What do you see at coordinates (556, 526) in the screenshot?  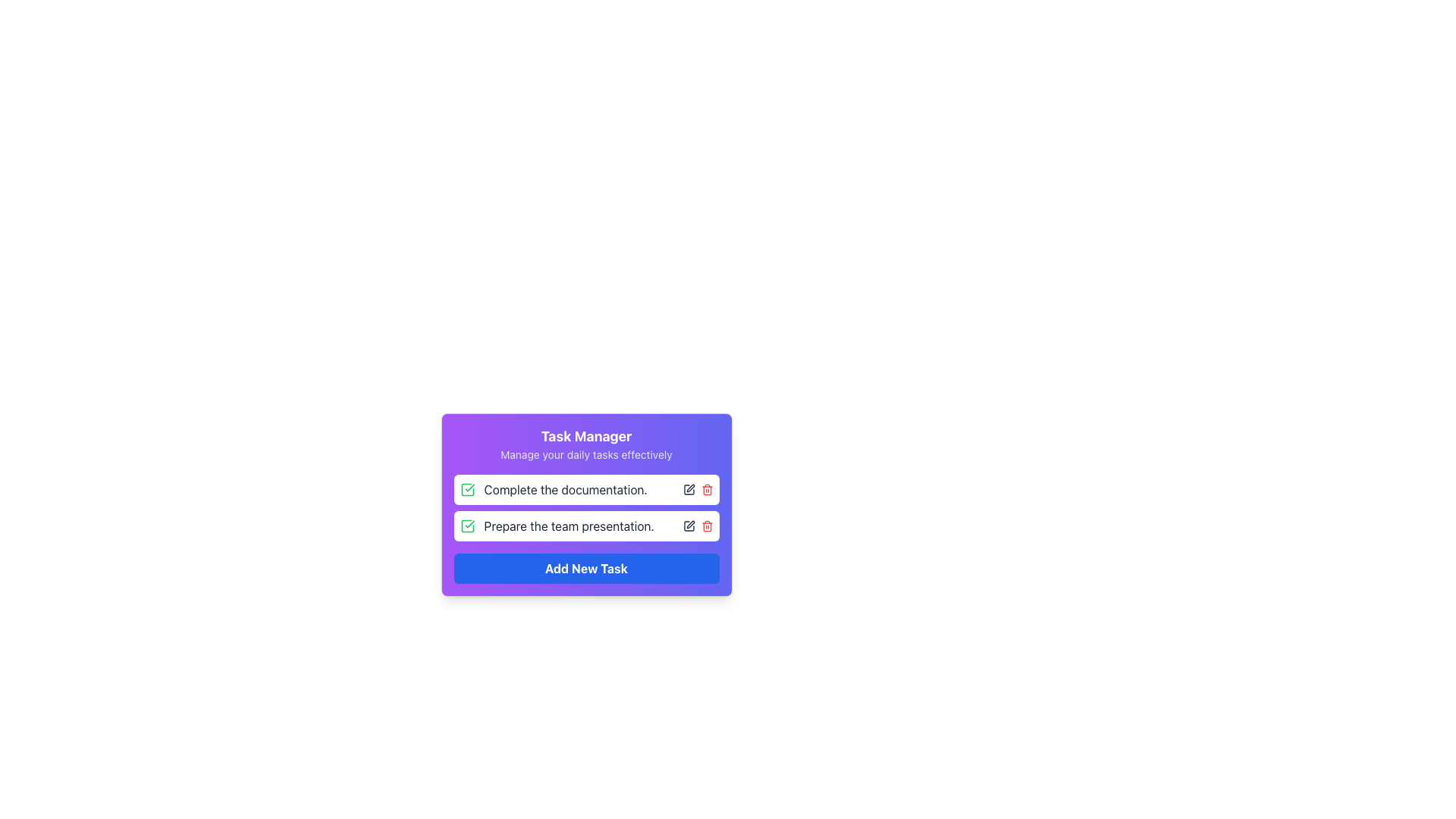 I see `the 'Prepare the team presentation.' text label in the task manager UI` at bounding box center [556, 526].